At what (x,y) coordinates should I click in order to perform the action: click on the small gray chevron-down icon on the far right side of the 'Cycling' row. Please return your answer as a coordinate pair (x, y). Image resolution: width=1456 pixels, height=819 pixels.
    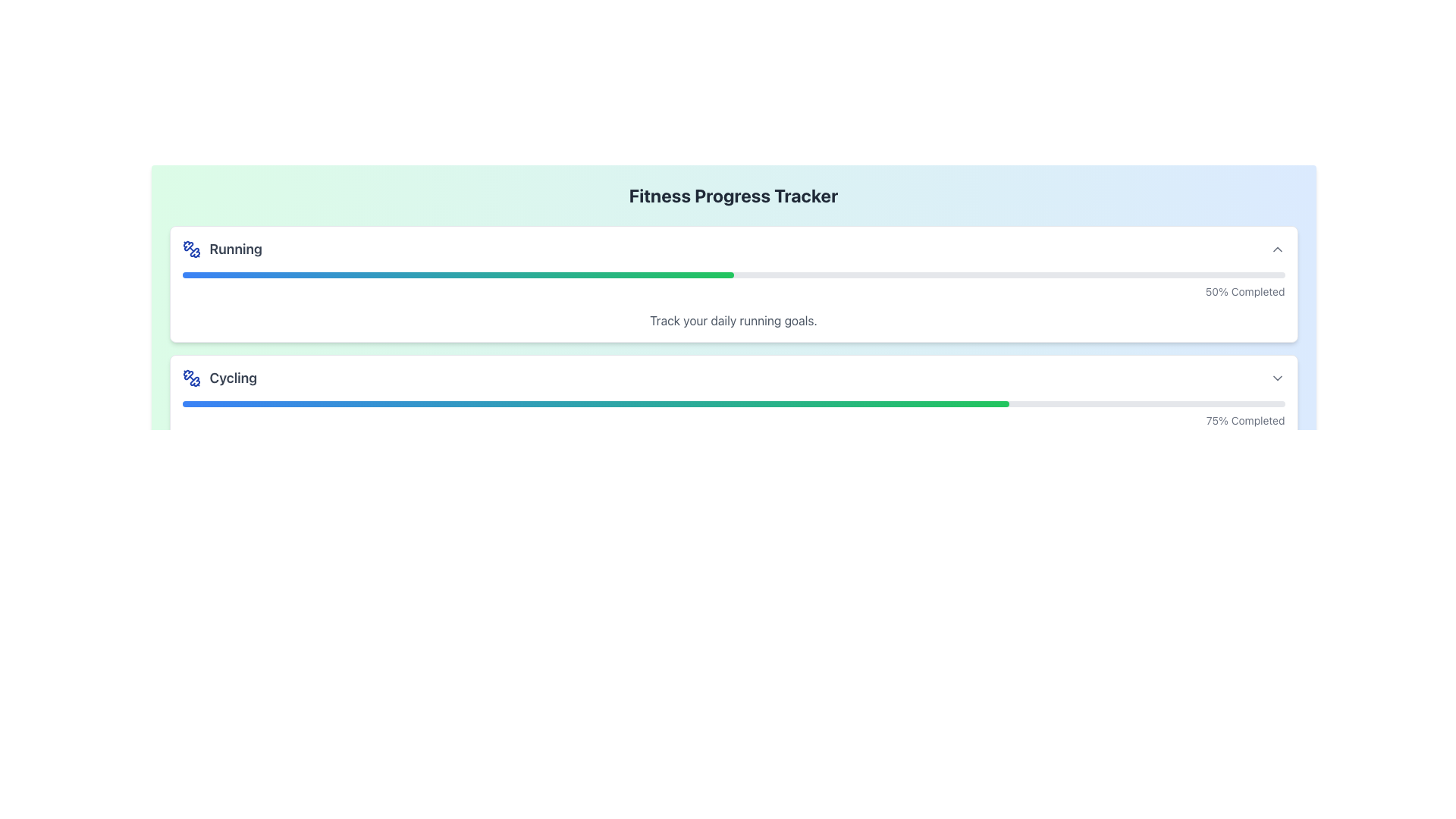
    Looking at the image, I should click on (1276, 377).